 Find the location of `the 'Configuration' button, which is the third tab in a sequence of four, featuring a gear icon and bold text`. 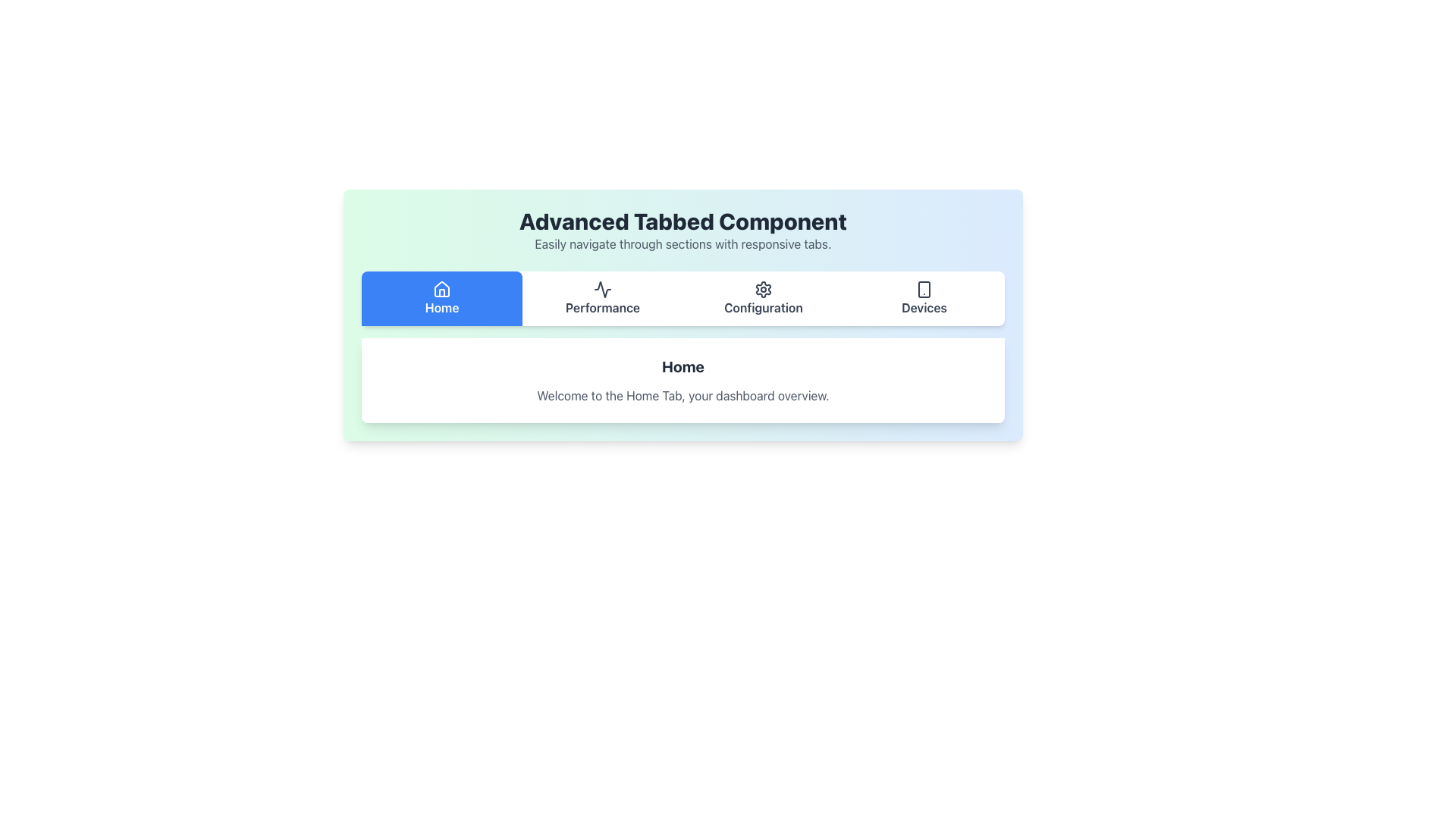

the 'Configuration' button, which is the third tab in a sequence of four, featuring a gear icon and bold text is located at coordinates (764, 298).